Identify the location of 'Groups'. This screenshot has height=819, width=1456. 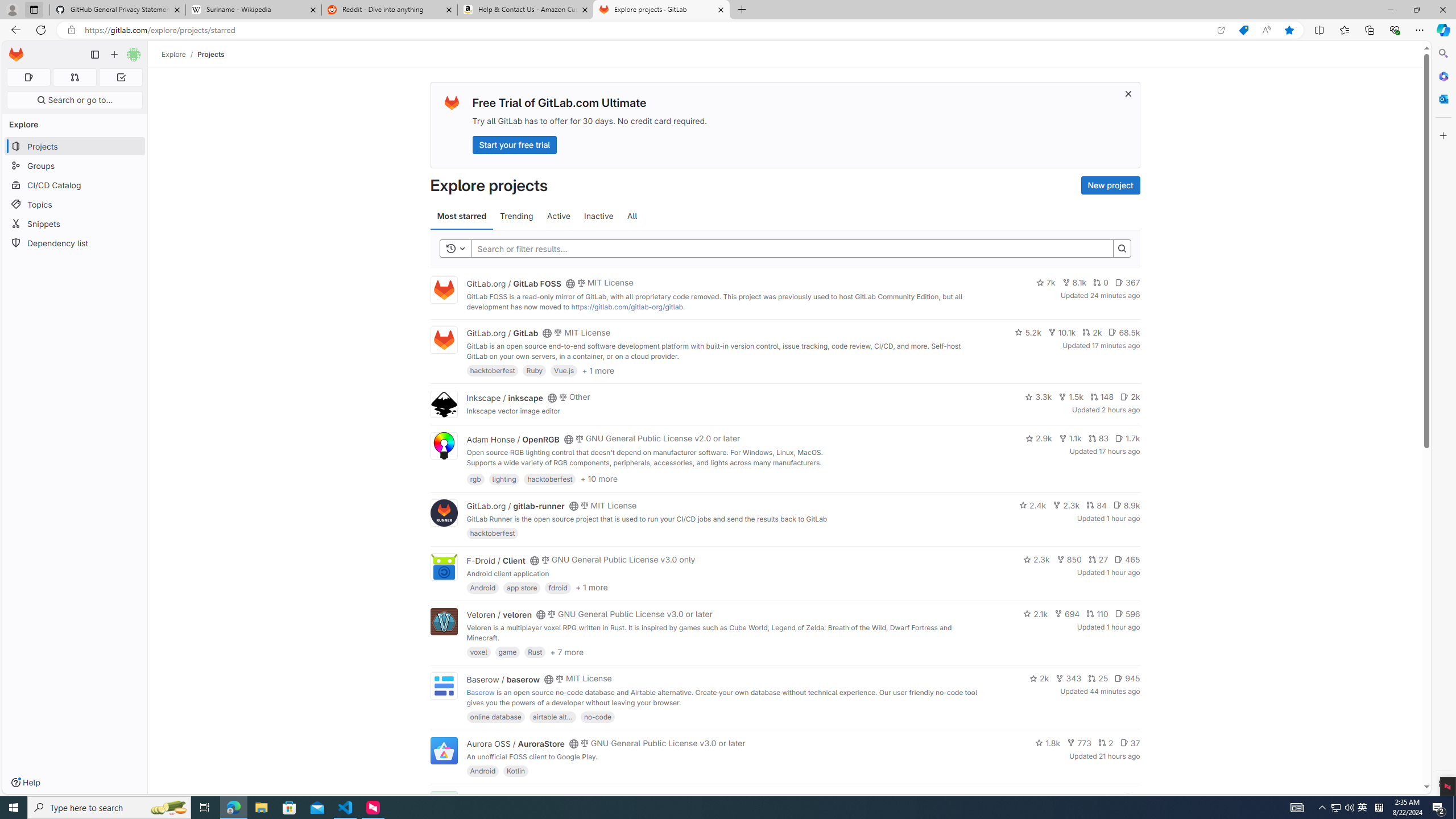
(74, 166).